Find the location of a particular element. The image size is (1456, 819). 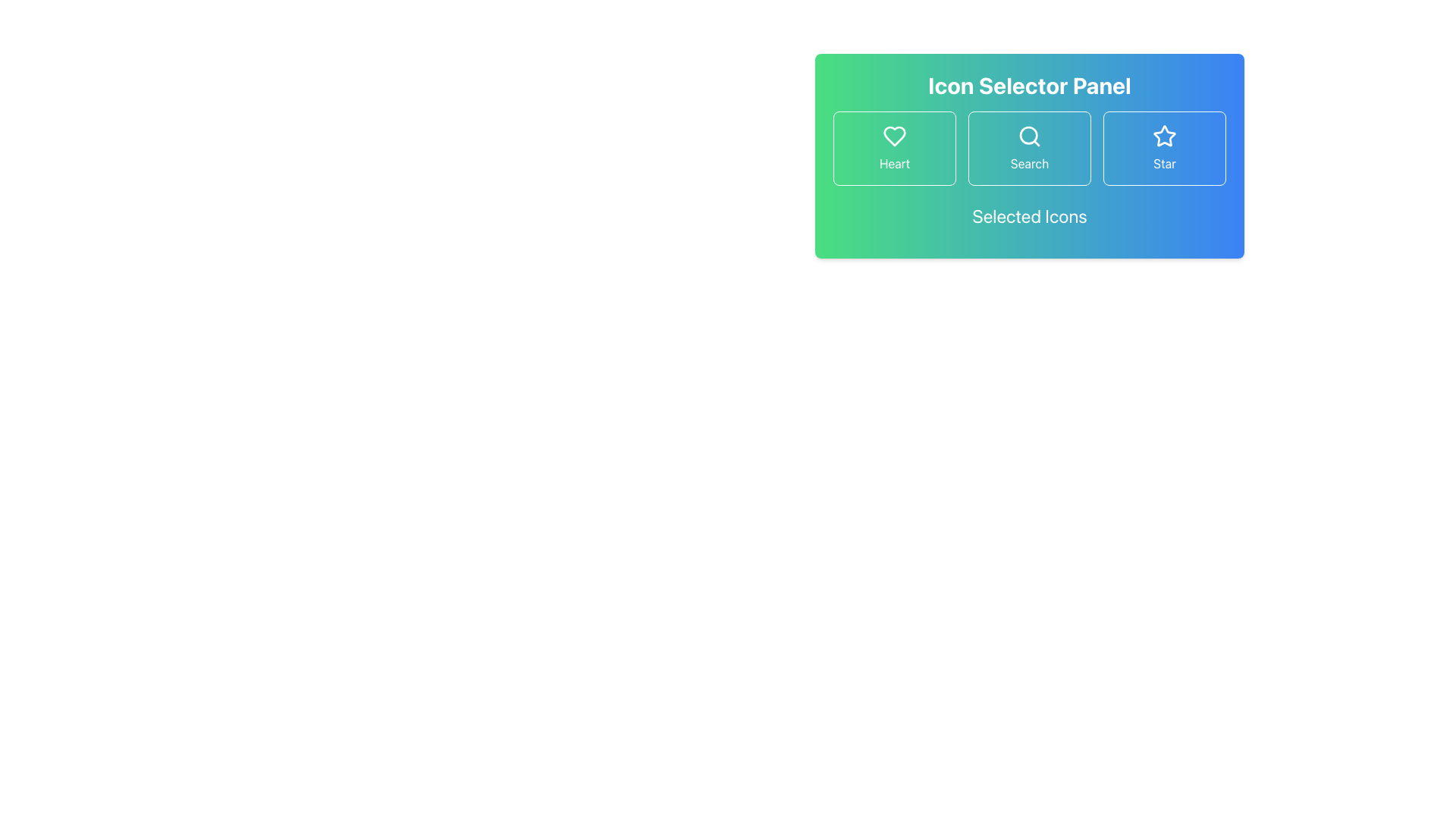

the Text Label located at the bottom of the Icon Selector Panel, directly beneath the Search icon, to indicate the section for selected icons or their details is located at coordinates (1030, 216).